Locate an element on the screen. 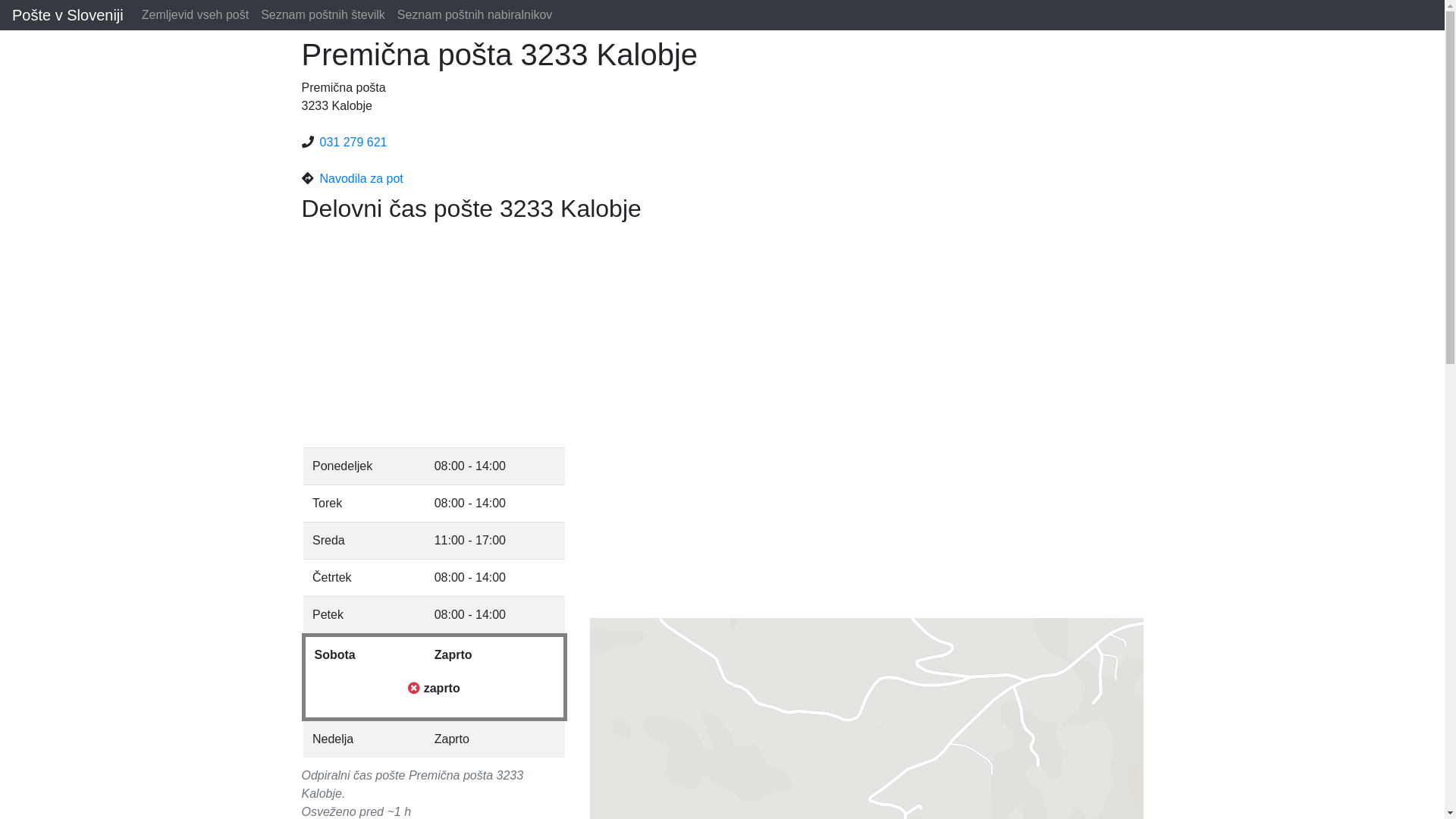 The width and height of the screenshot is (1456, 819). 'Navodila za pot' is located at coordinates (319, 177).